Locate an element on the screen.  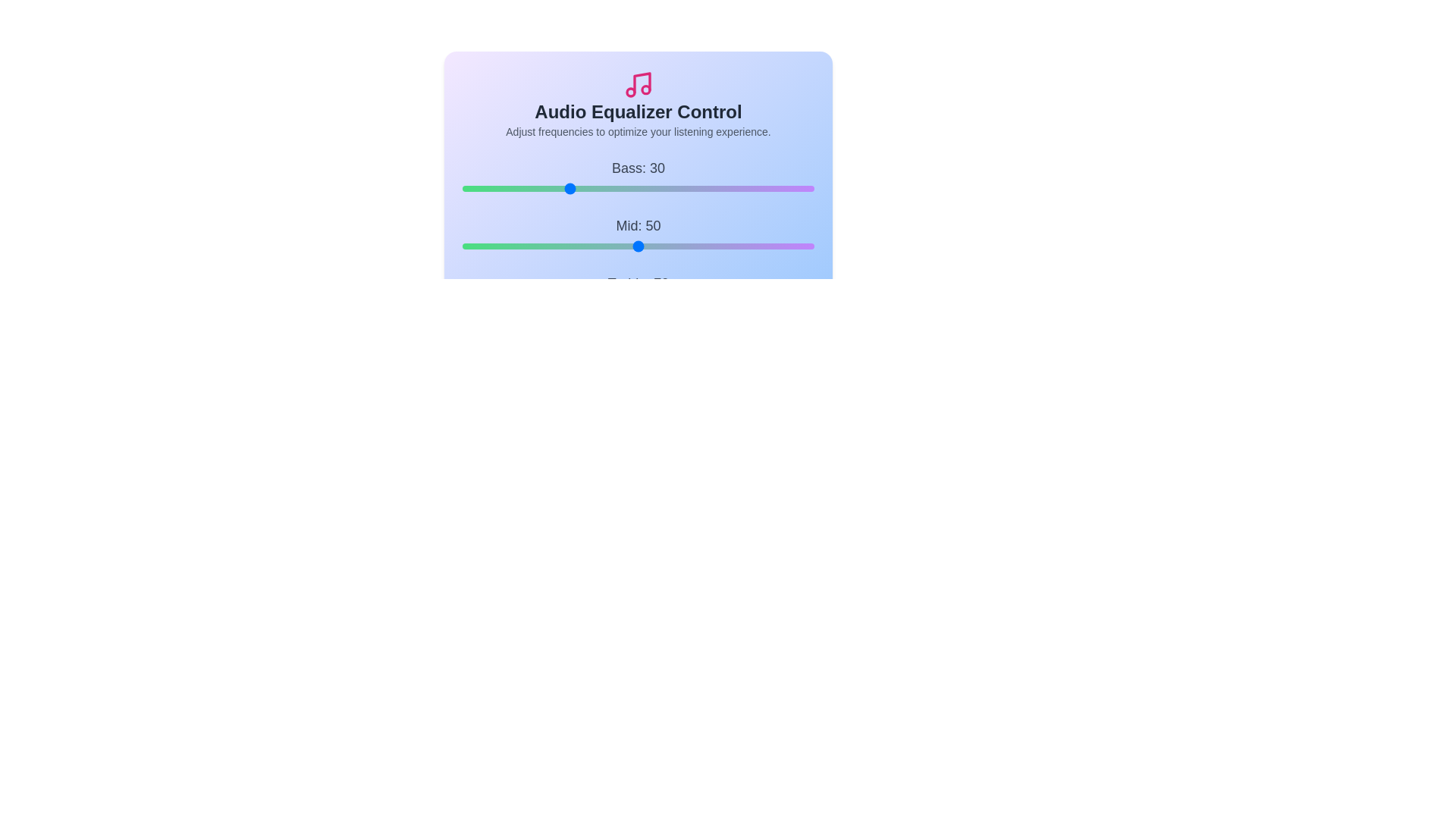
the 'Mid' slider to set the midrange level to 30 is located at coordinates (567, 245).